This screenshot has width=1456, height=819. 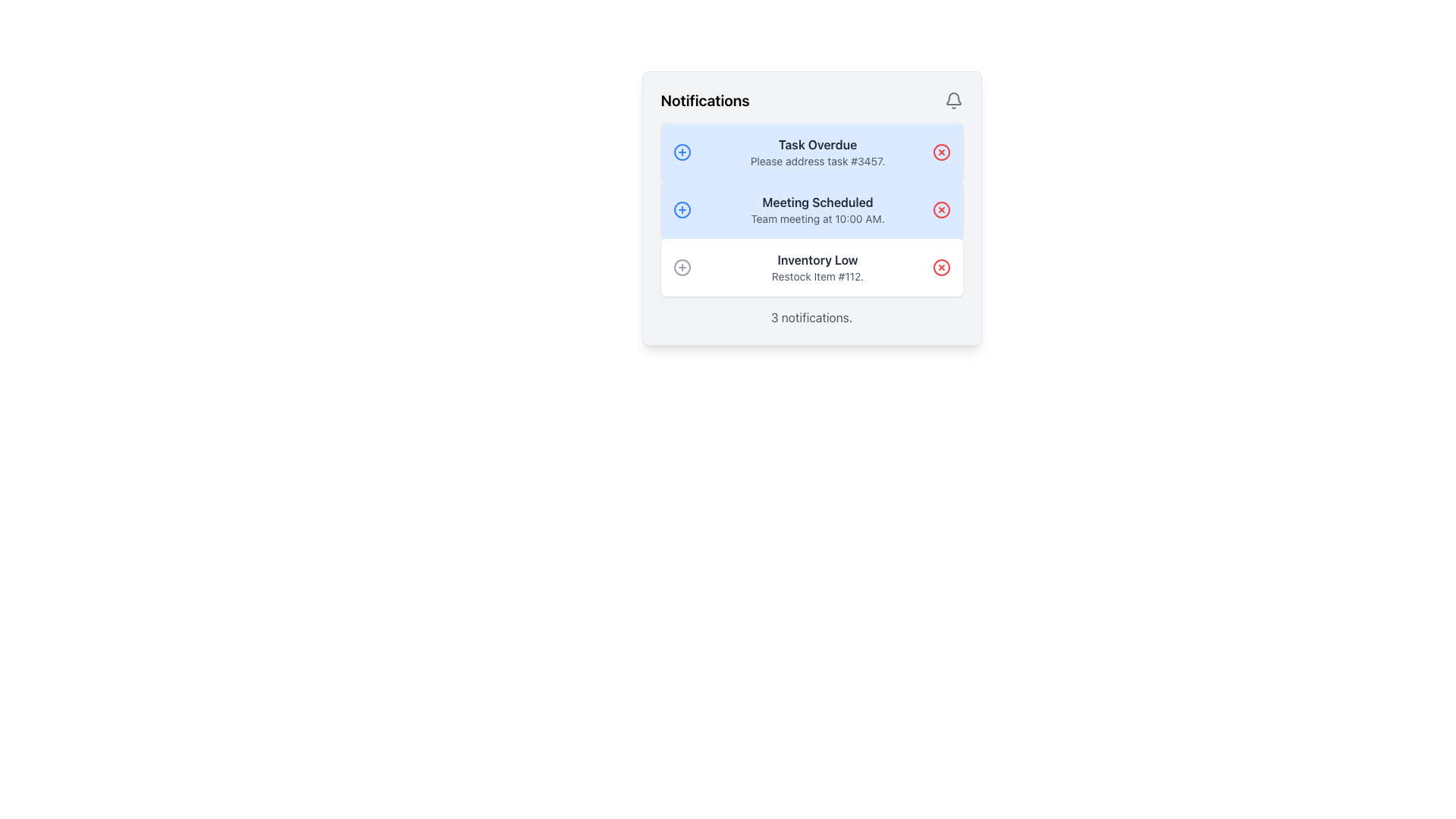 I want to click on the Text block displaying the notification 'Meeting Scheduled' with additional information 'Team meeting at 10:00 AM.' positioned in the Notifications panel, so click(x=817, y=210).